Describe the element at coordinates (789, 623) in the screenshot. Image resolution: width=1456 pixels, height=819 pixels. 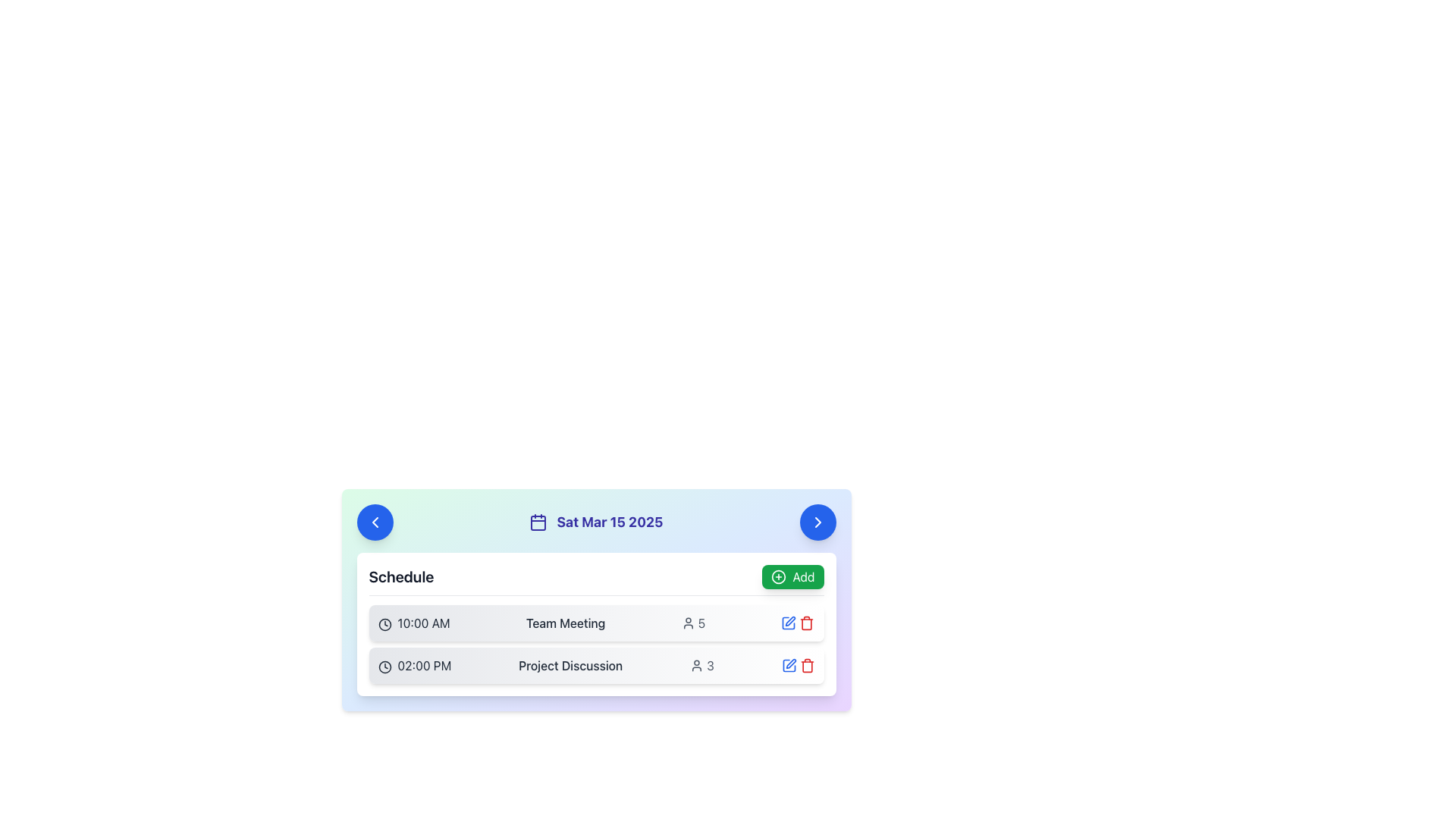
I see `the edit button located to the right of the 'Team Meeting' text to initiate the edit process for that schedule entry` at that location.